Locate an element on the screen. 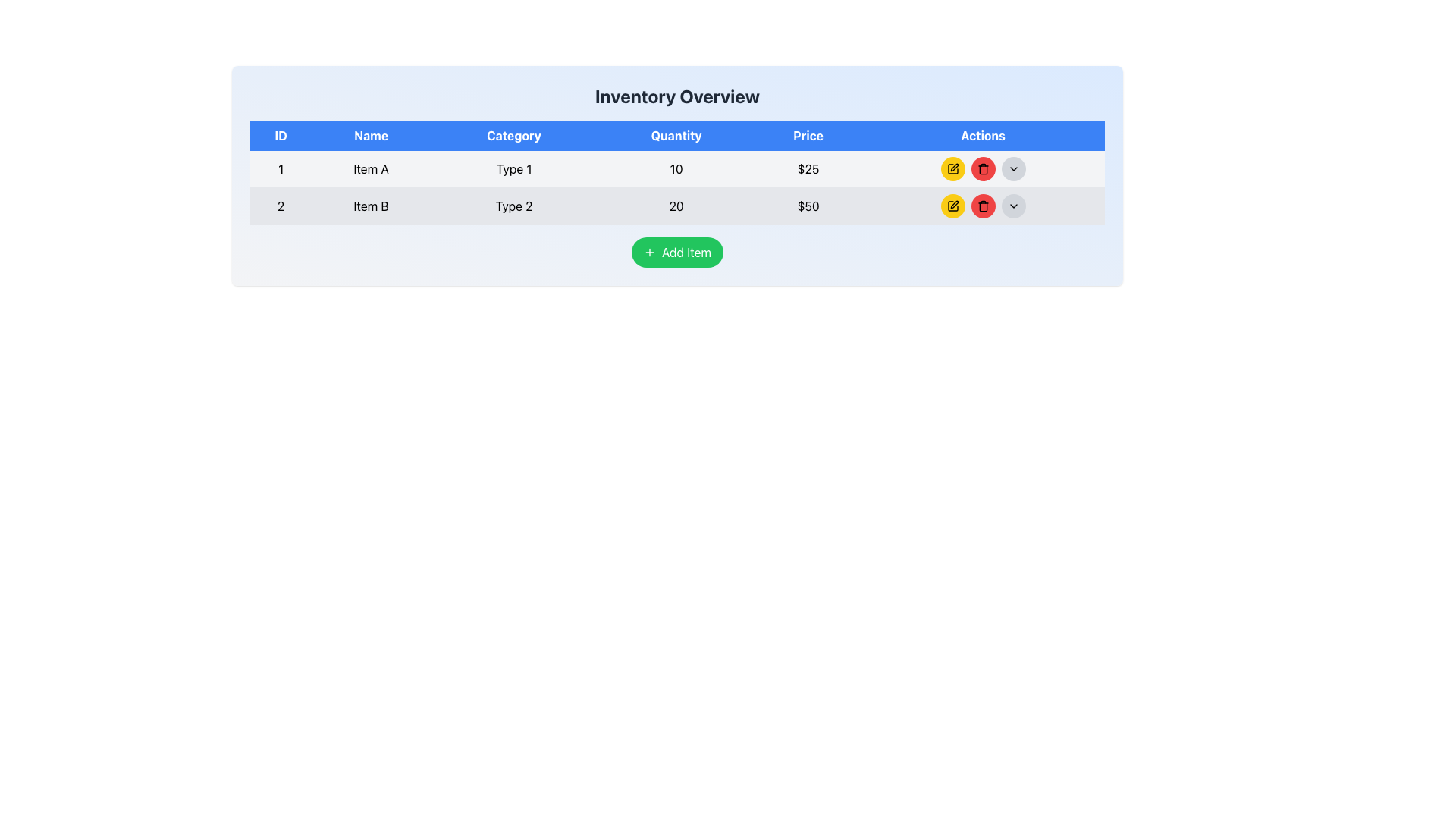  the downward-pointing chevron icon located in the Actions column of the second row in the table, which is contained within a circular button with a light gray background is located at coordinates (1013, 206).